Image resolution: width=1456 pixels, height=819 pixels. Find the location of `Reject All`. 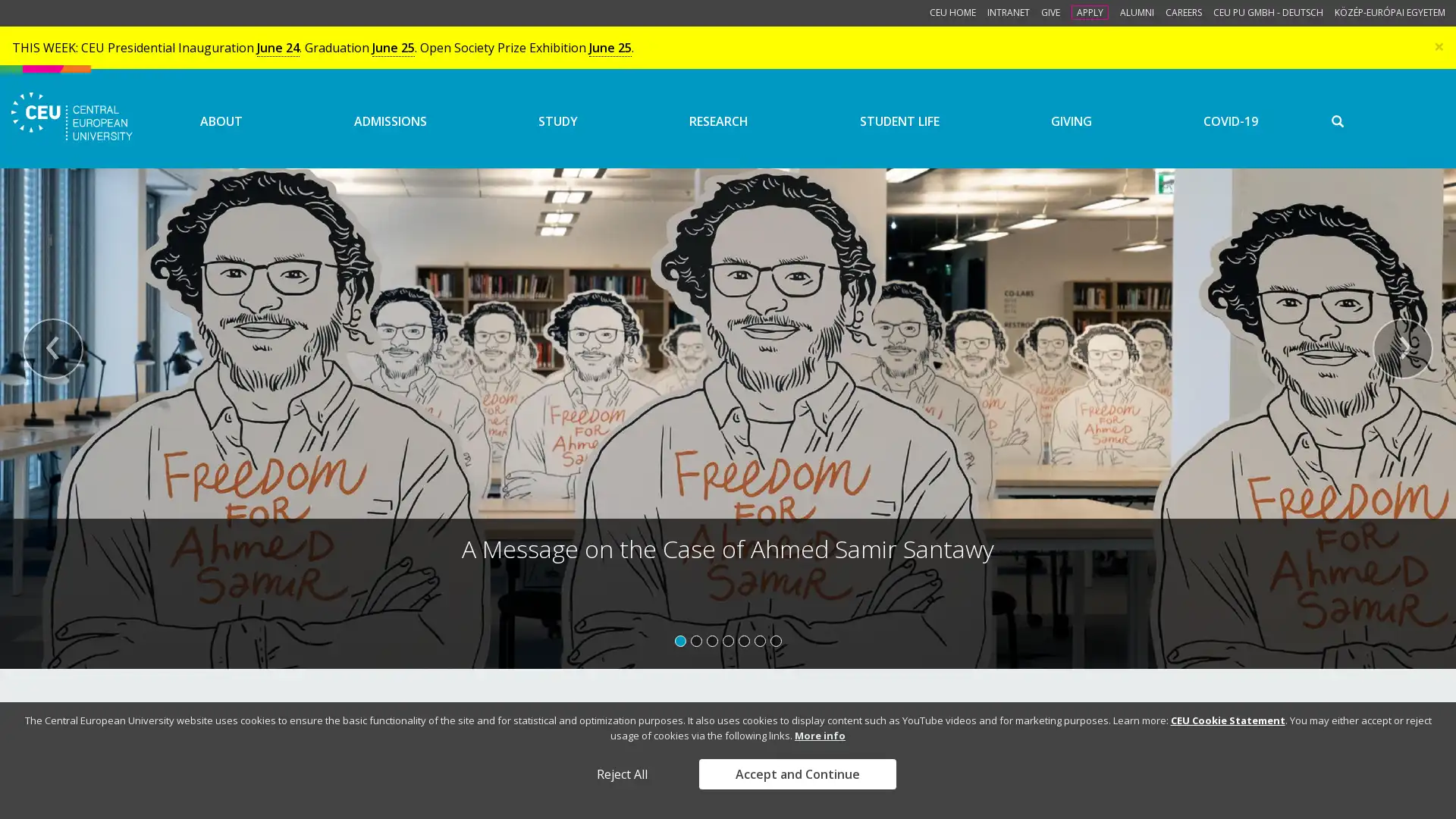

Reject All is located at coordinates (621, 774).